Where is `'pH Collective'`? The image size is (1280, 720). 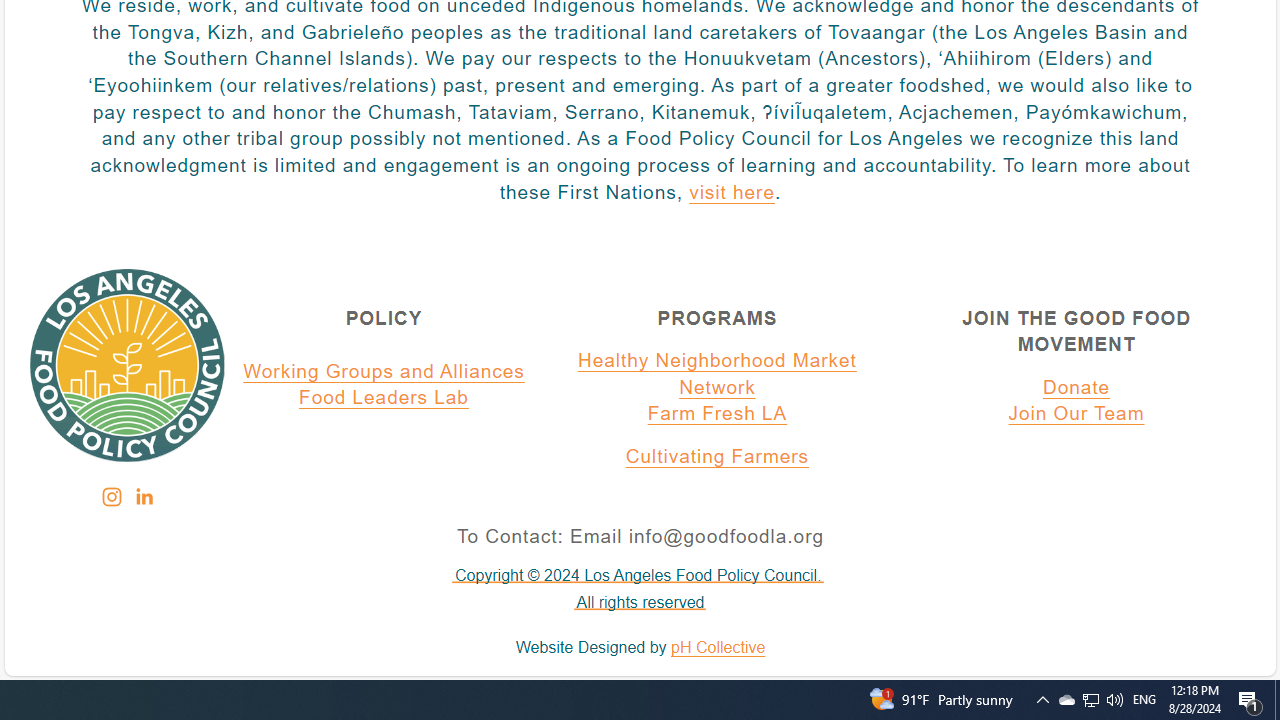 'pH Collective' is located at coordinates (718, 648).